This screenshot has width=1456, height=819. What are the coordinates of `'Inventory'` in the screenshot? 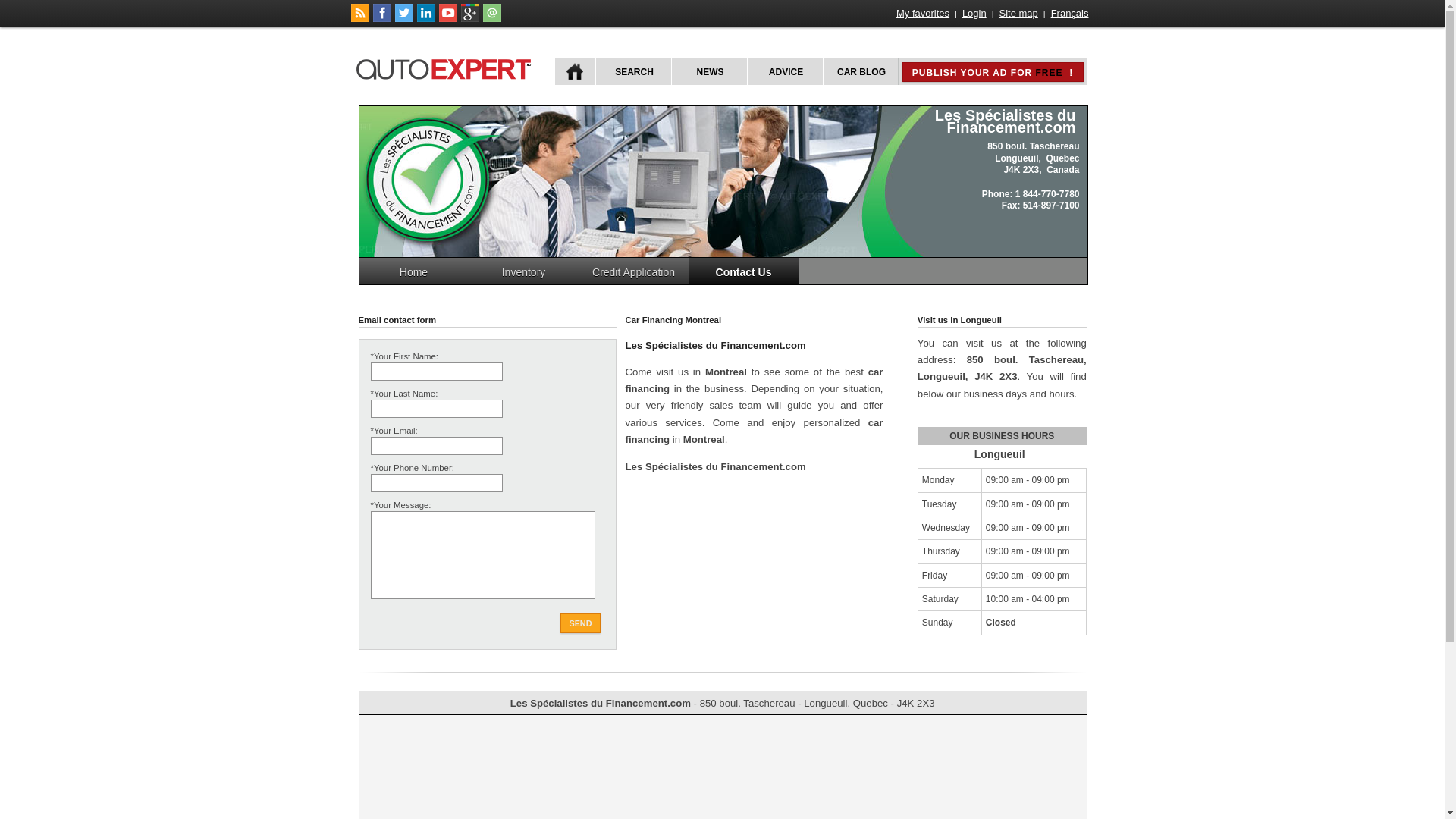 It's located at (523, 270).